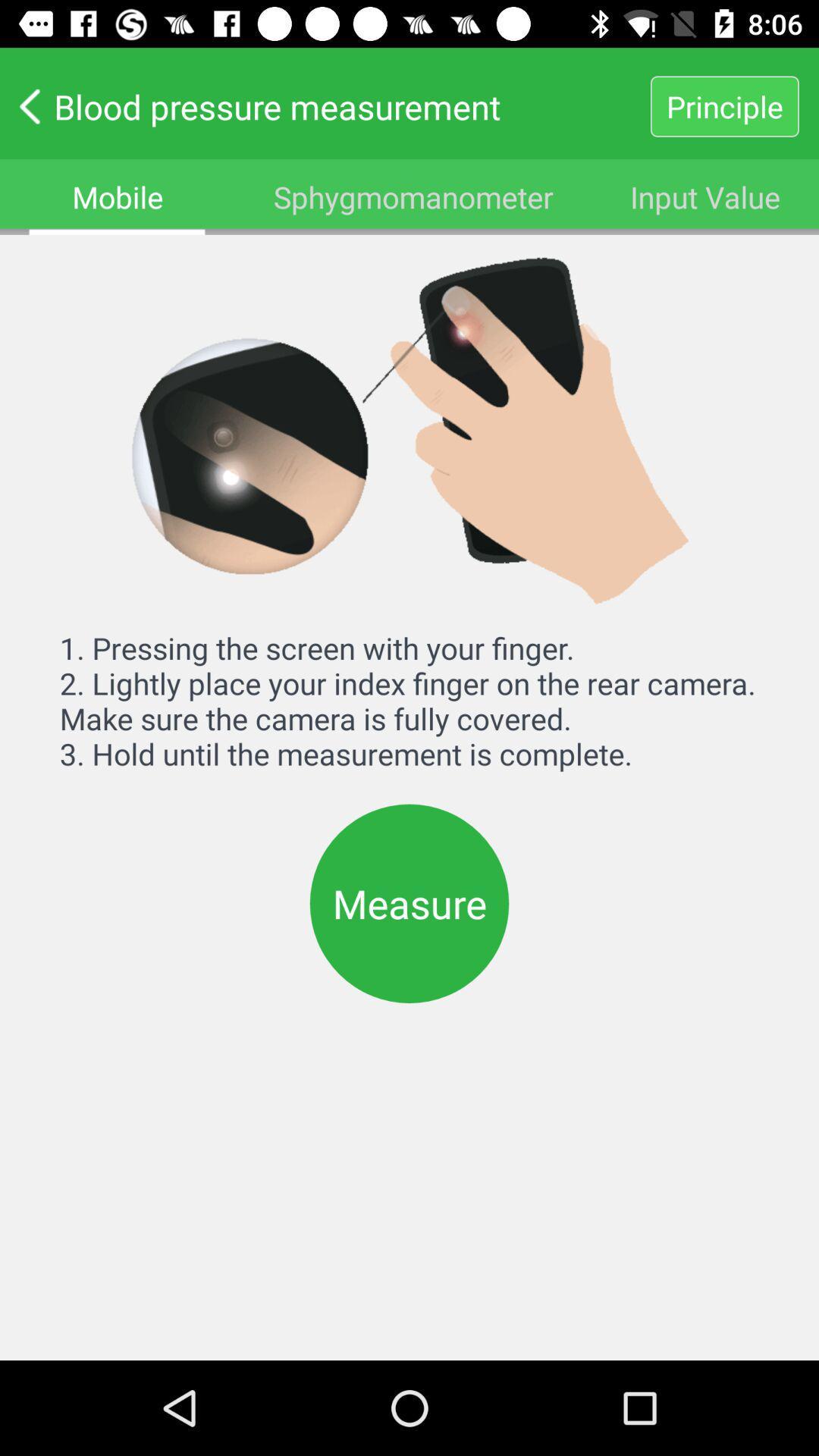 This screenshot has width=819, height=1456. Describe the element at coordinates (723, 105) in the screenshot. I see `the item to the right of the blood pressure measurement icon` at that location.